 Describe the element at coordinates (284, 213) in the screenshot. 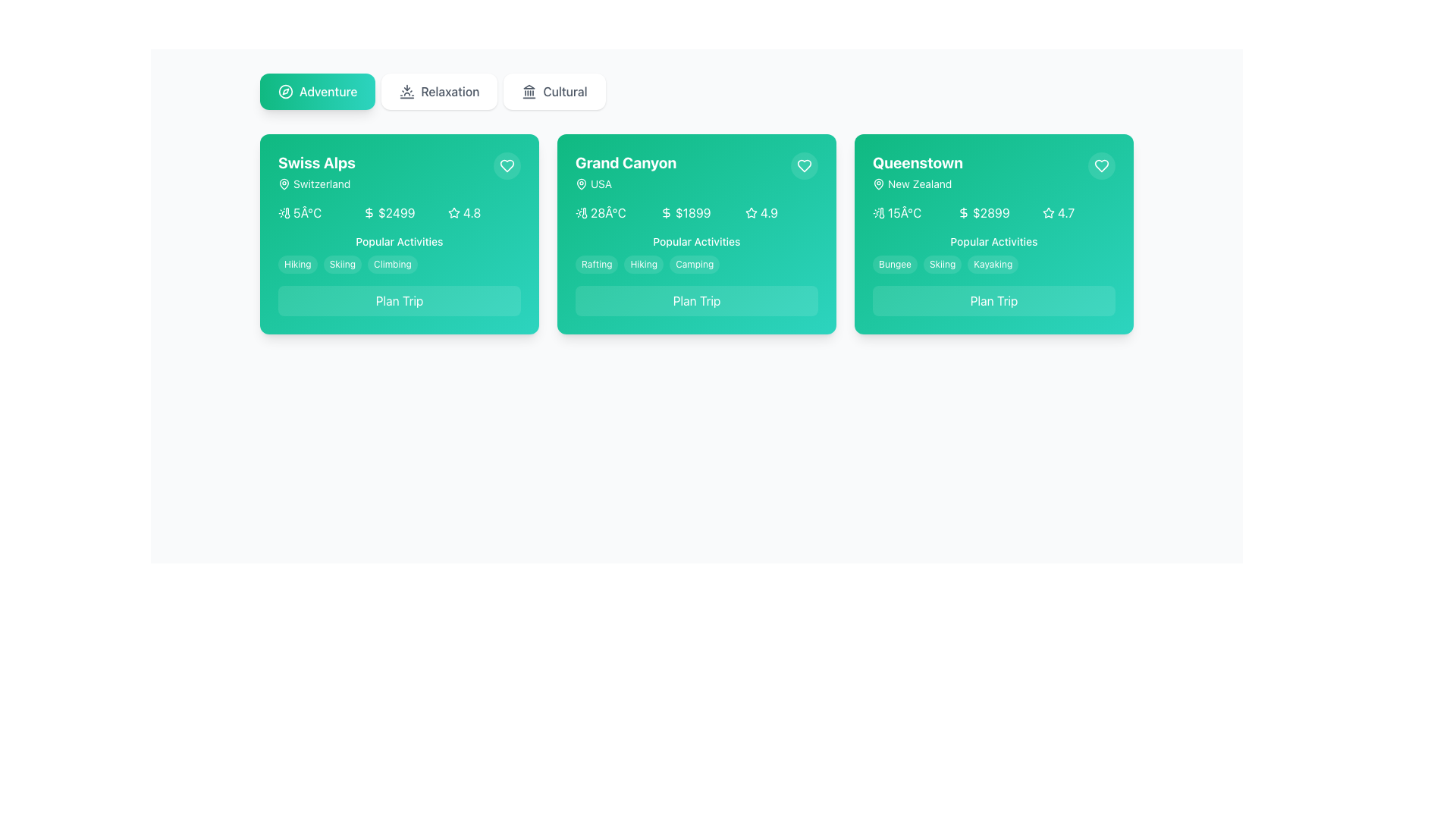

I see `the small square icon with a thermometer and sun motif located in the 'Swiss Alps' card, to the left of '5°C'` at that location.